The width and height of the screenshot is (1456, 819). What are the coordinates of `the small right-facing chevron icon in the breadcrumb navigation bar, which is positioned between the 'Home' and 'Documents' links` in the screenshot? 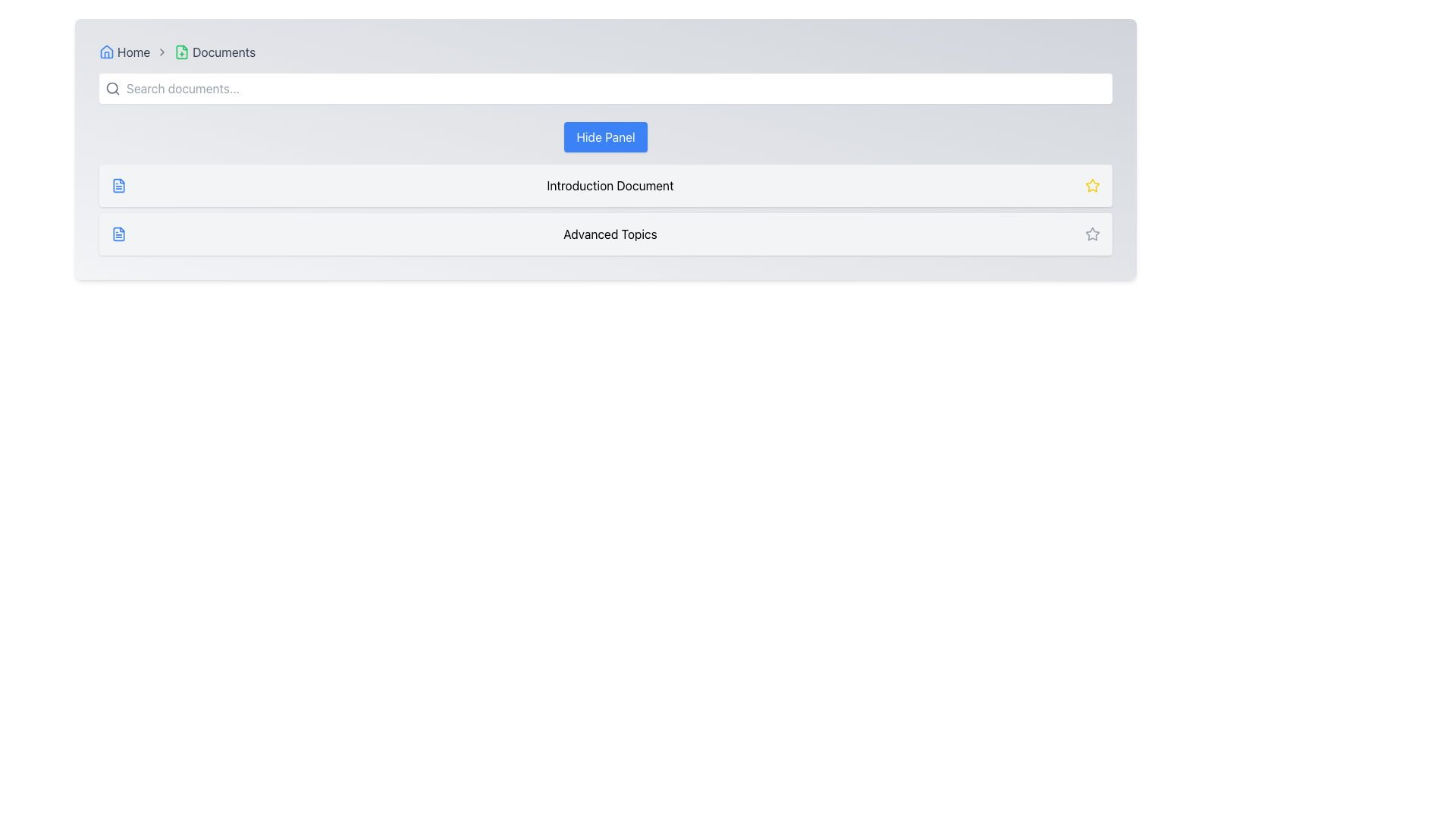 It's located at (162, 52).